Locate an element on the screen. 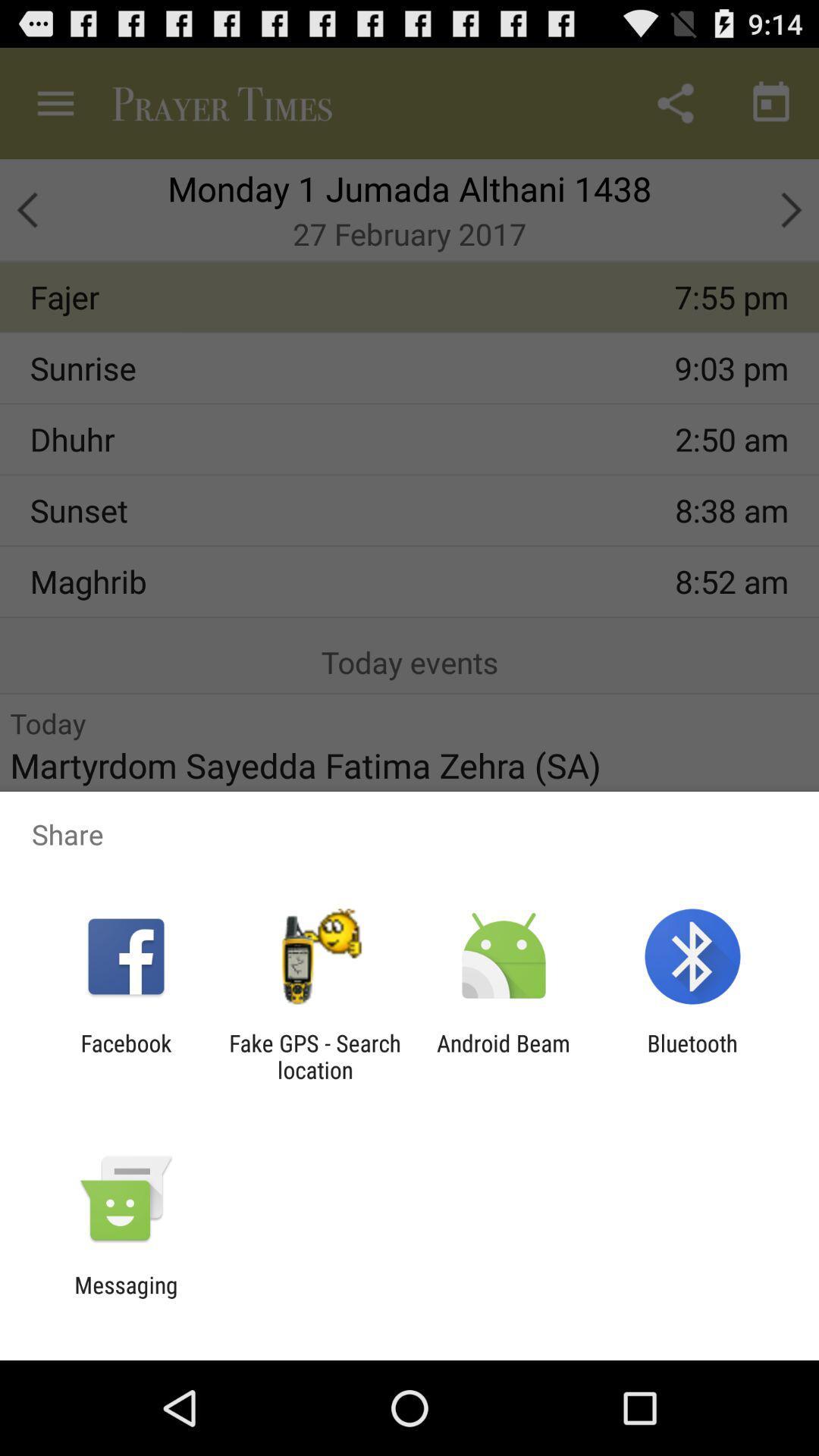 Image resolution: width=819 pixels, height=1456 pixels. the bluetooth is located at coordinates (692, 1056).